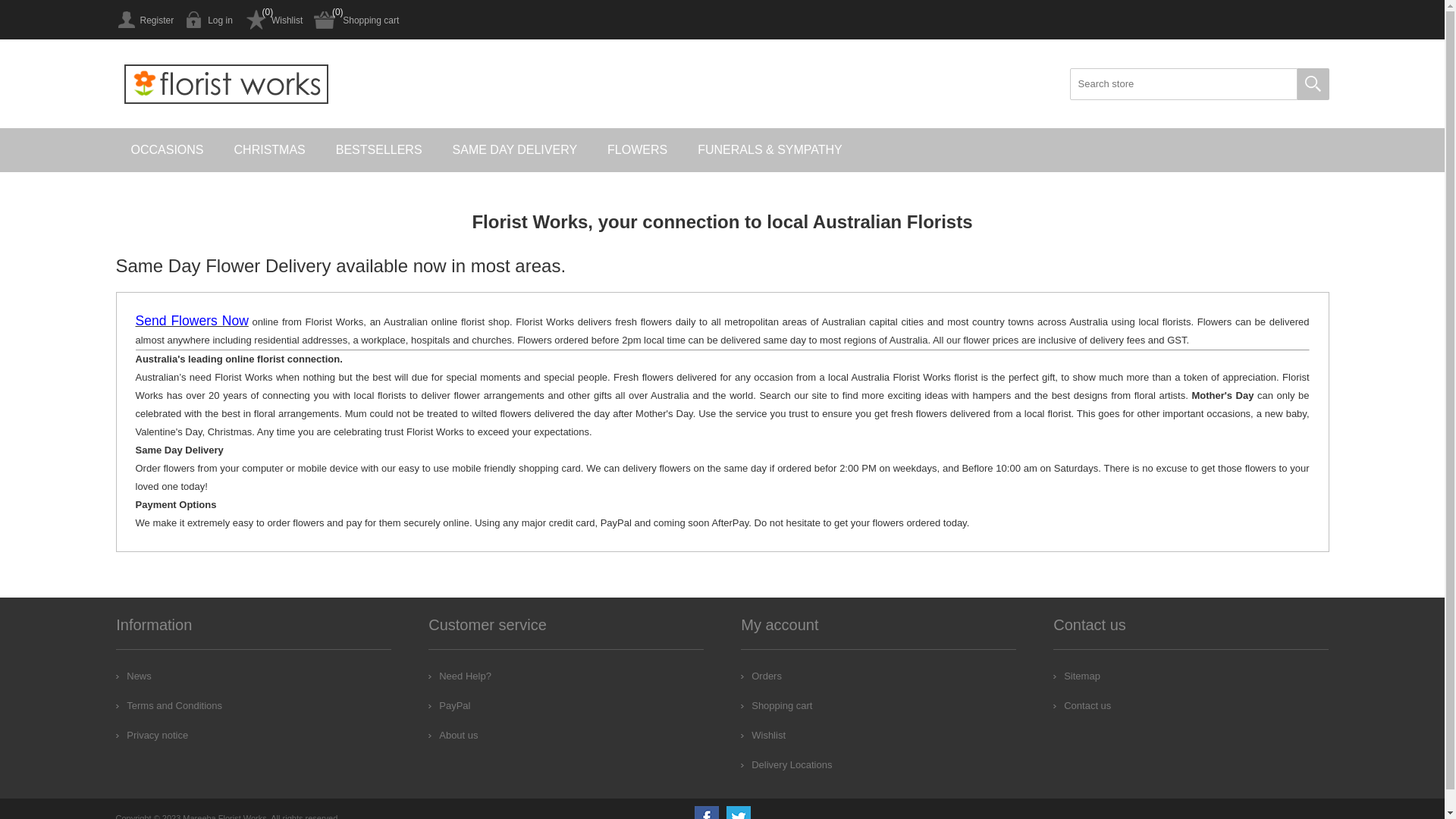  I want to click on 'CHRISTMAS', so click(269, 149).